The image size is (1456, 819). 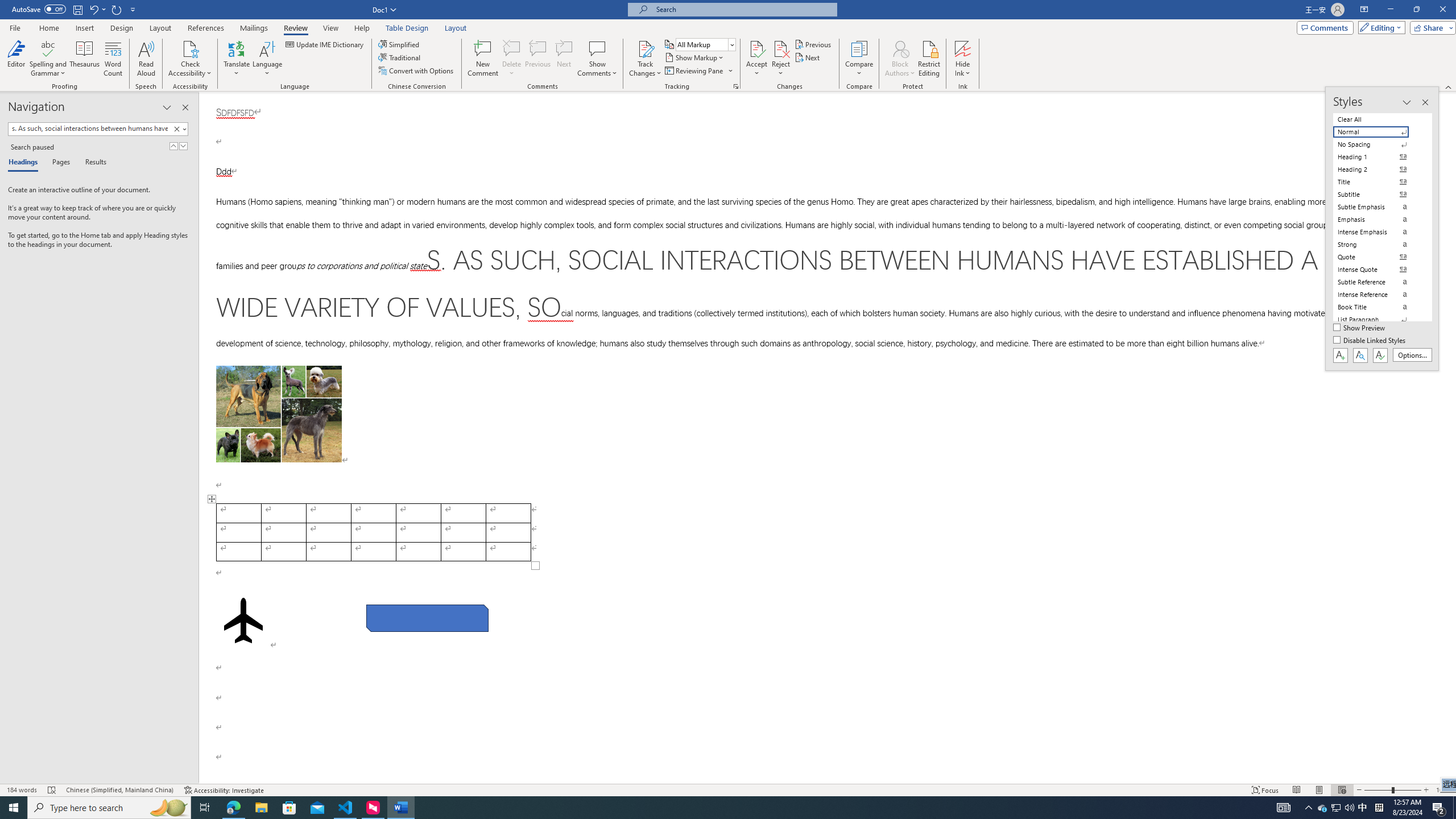 What do you see at coordinates (597, 59) in the screenshot?
I see `'Show Comments'` at bounding box center [597, 59].